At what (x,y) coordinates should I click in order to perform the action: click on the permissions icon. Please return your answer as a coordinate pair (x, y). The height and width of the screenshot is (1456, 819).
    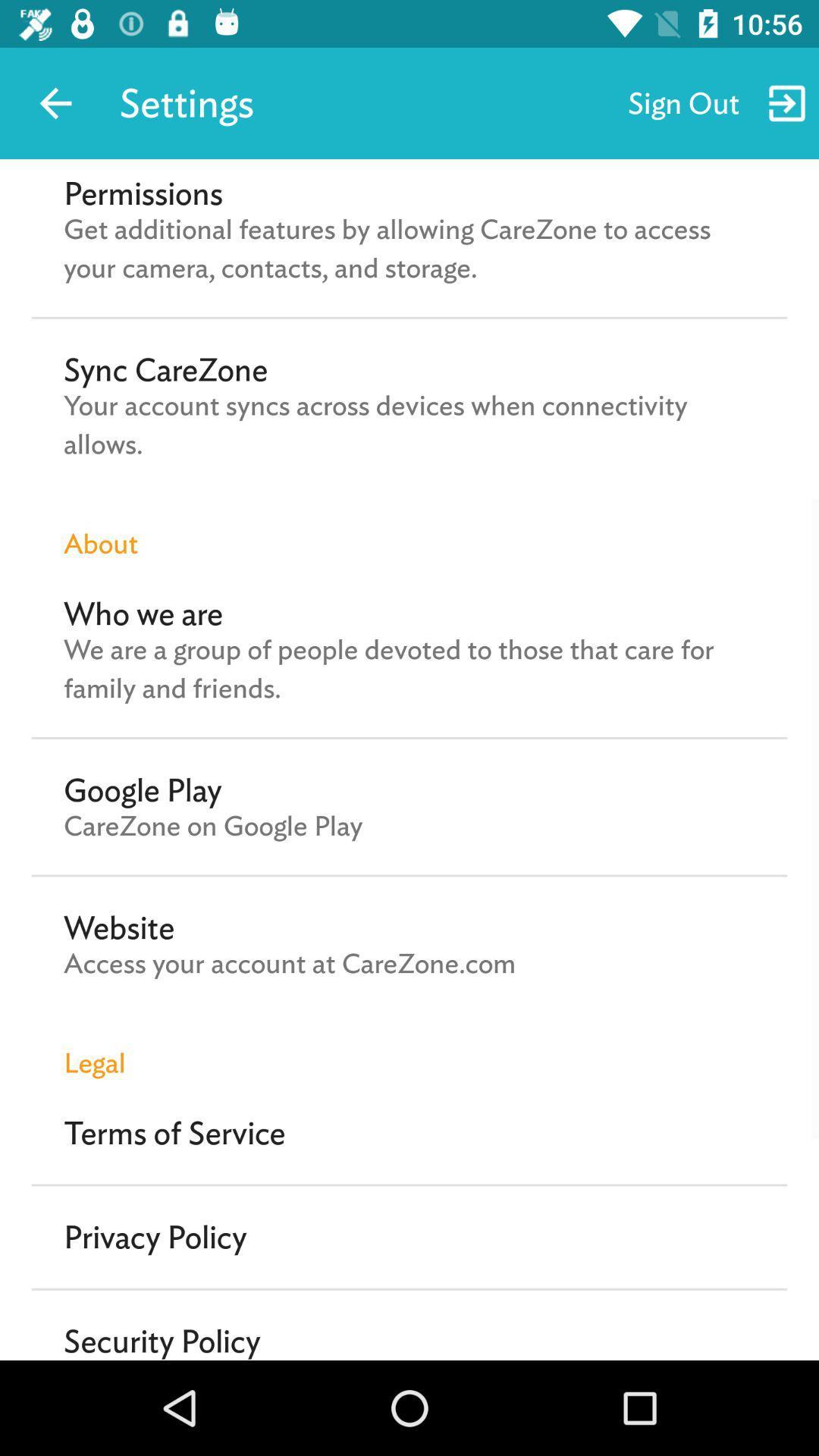
    Looking at the image, I should click on (143, 193).